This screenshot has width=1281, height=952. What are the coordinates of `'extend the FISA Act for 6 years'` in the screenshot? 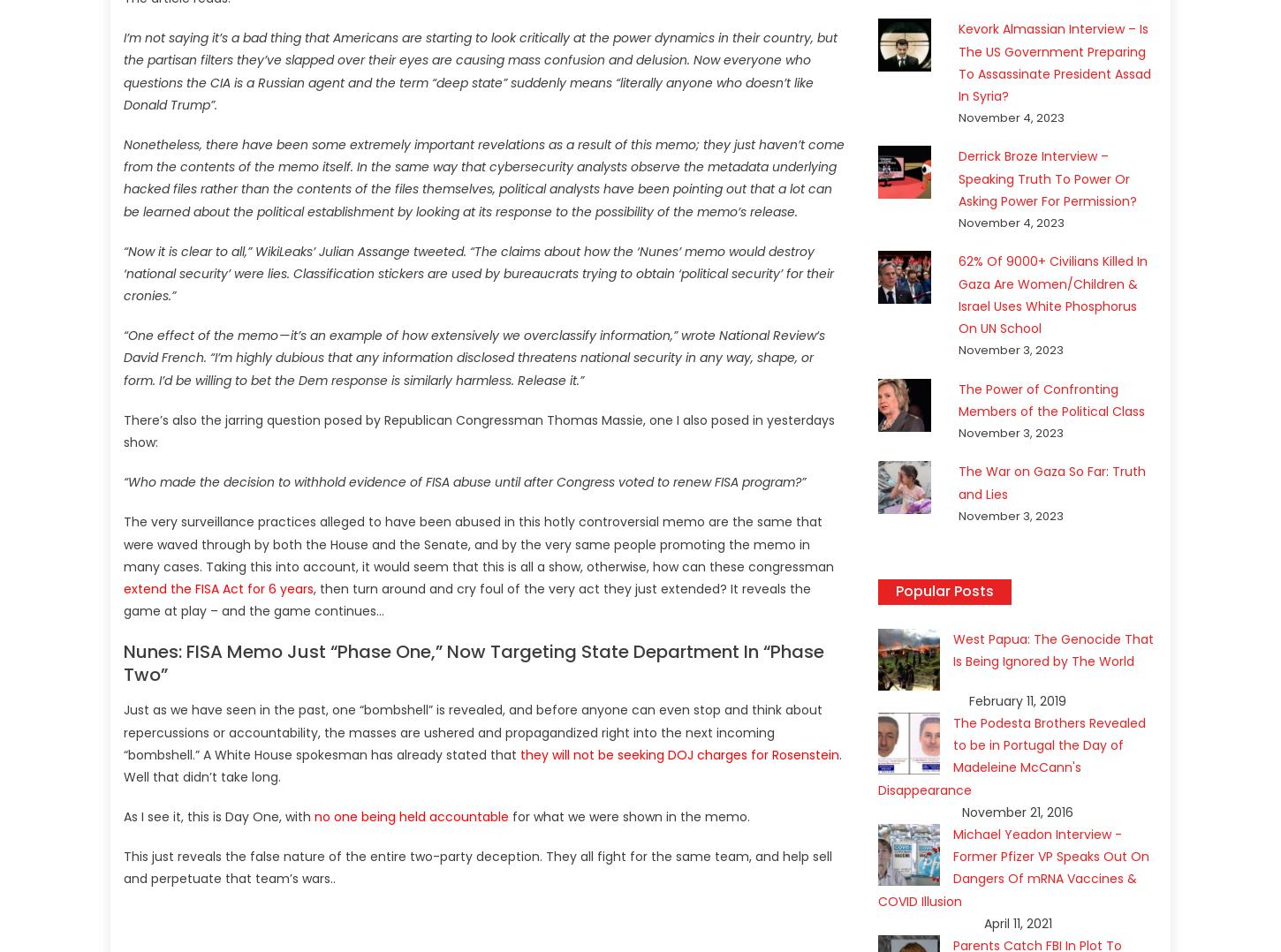 It's located at (218, 587).